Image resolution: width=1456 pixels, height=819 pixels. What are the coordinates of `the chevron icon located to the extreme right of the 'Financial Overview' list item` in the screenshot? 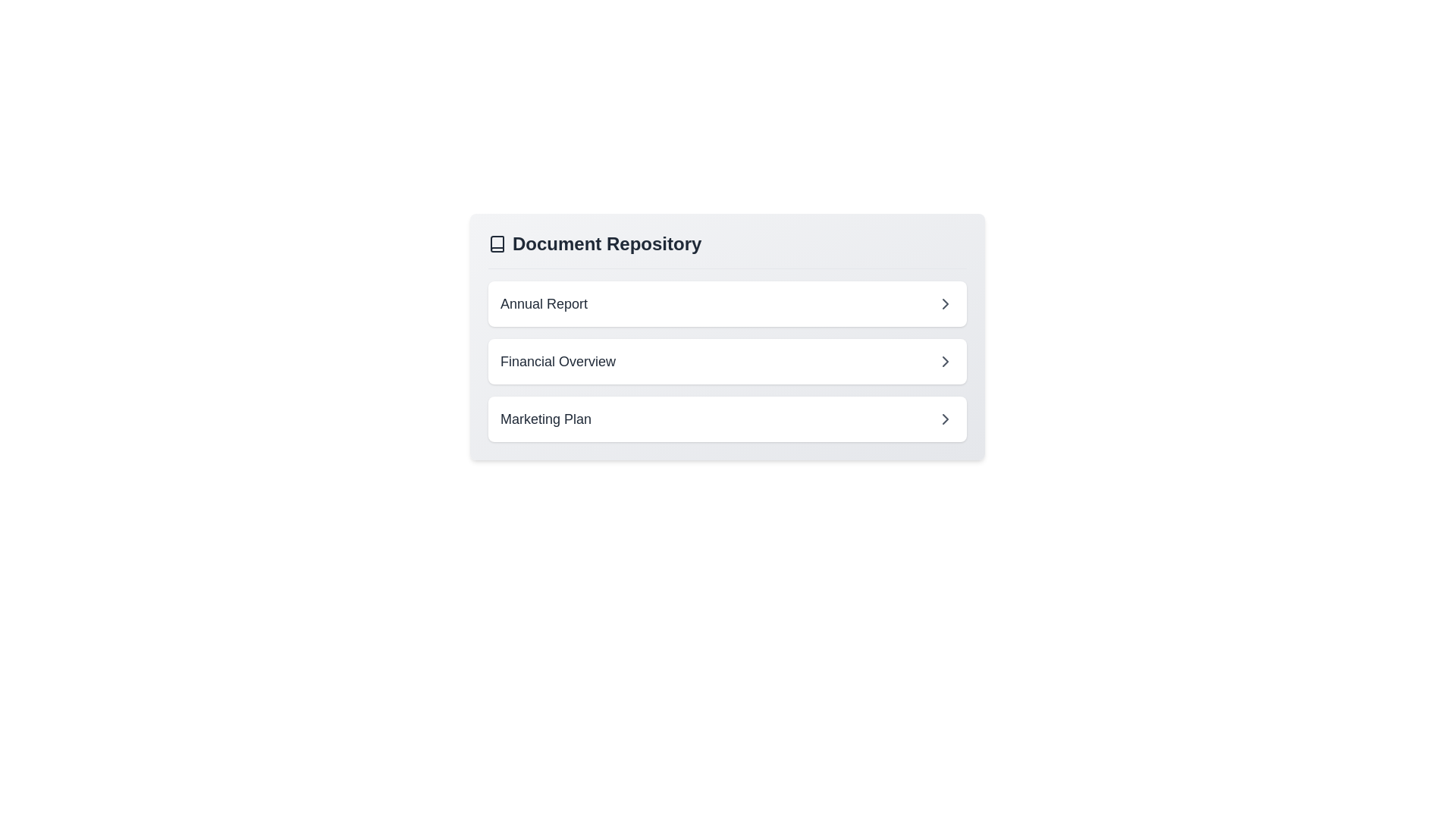 It's located at (945, 362).